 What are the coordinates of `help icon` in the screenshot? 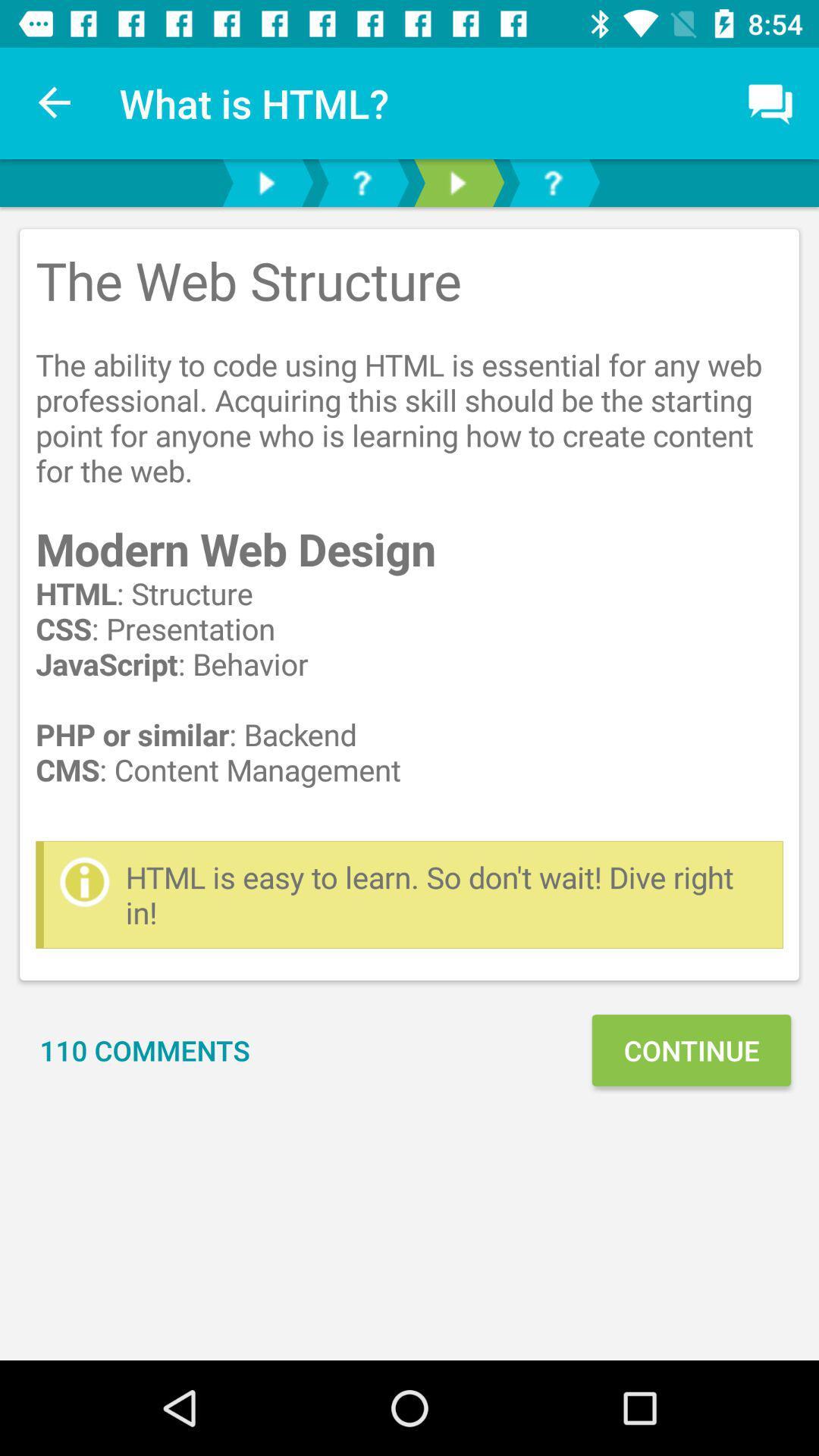 It's located at (362, 182).